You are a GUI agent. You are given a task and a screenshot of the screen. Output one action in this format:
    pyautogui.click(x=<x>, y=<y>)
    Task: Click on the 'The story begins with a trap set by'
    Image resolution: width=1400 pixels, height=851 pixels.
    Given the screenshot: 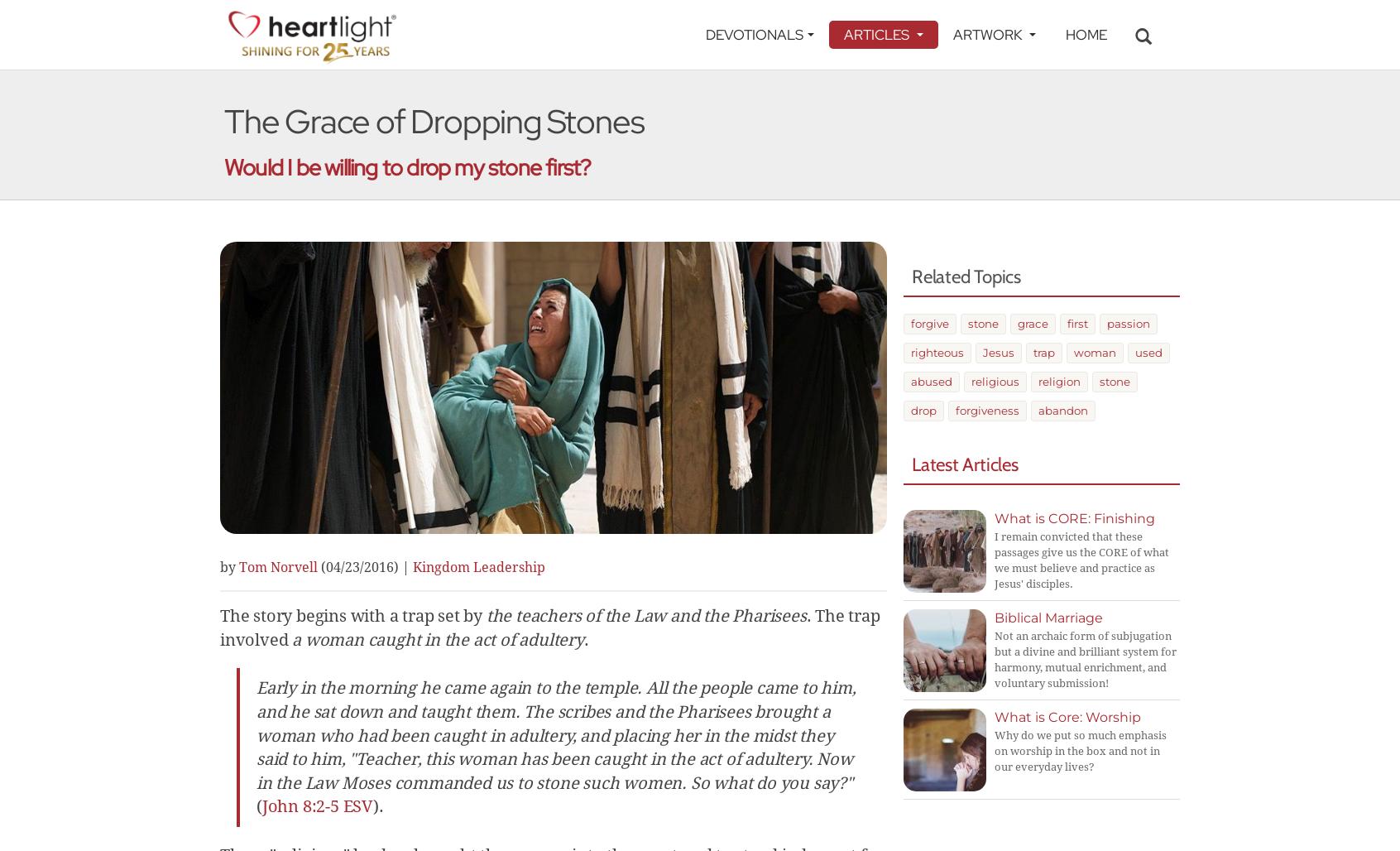 What is the action you would take?
    pyautogui.click(x=352, y=614)
    